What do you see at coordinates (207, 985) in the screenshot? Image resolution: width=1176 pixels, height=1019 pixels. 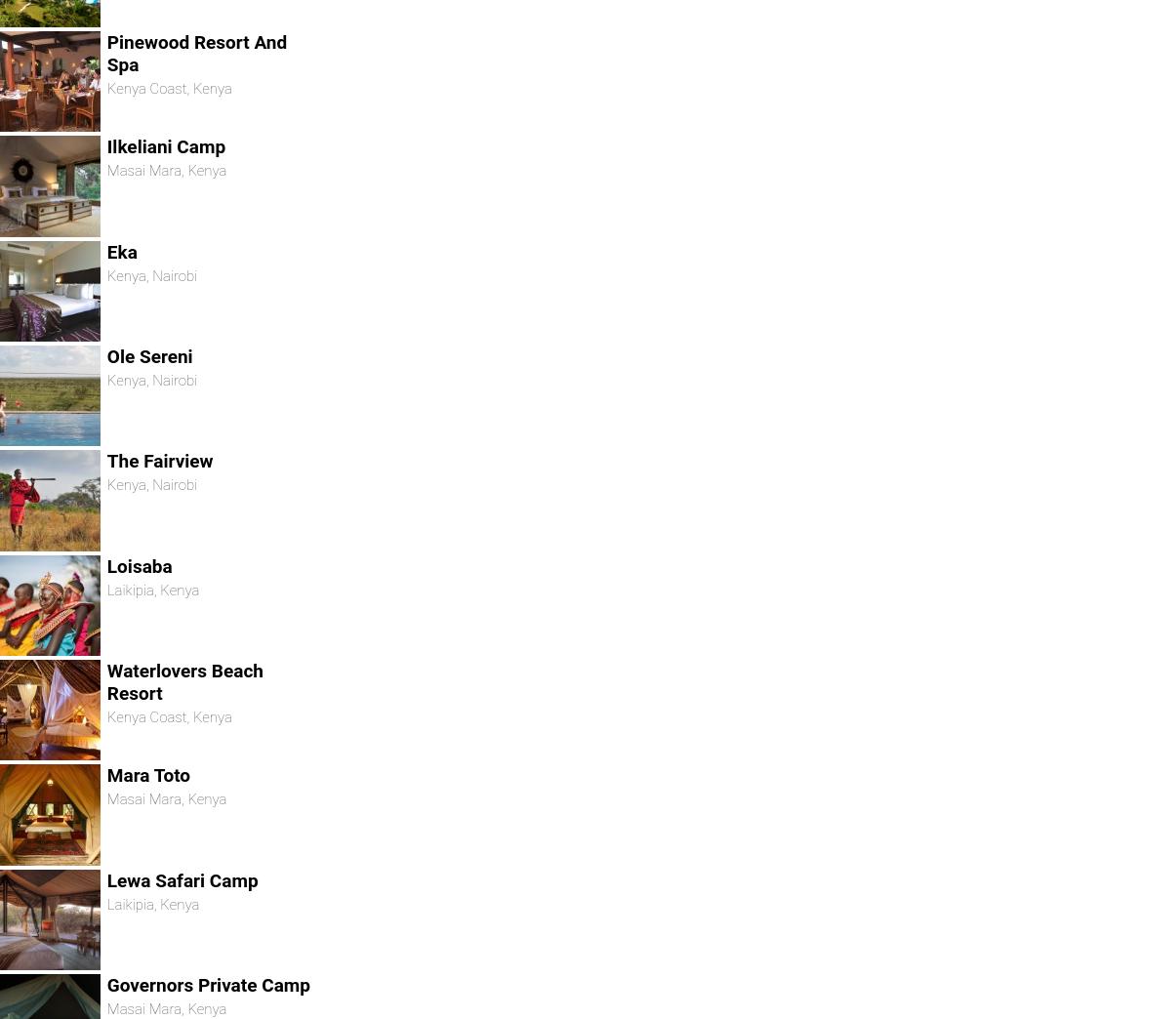 I see `'Governors Private Camp'` at bounding box center [207, 985].